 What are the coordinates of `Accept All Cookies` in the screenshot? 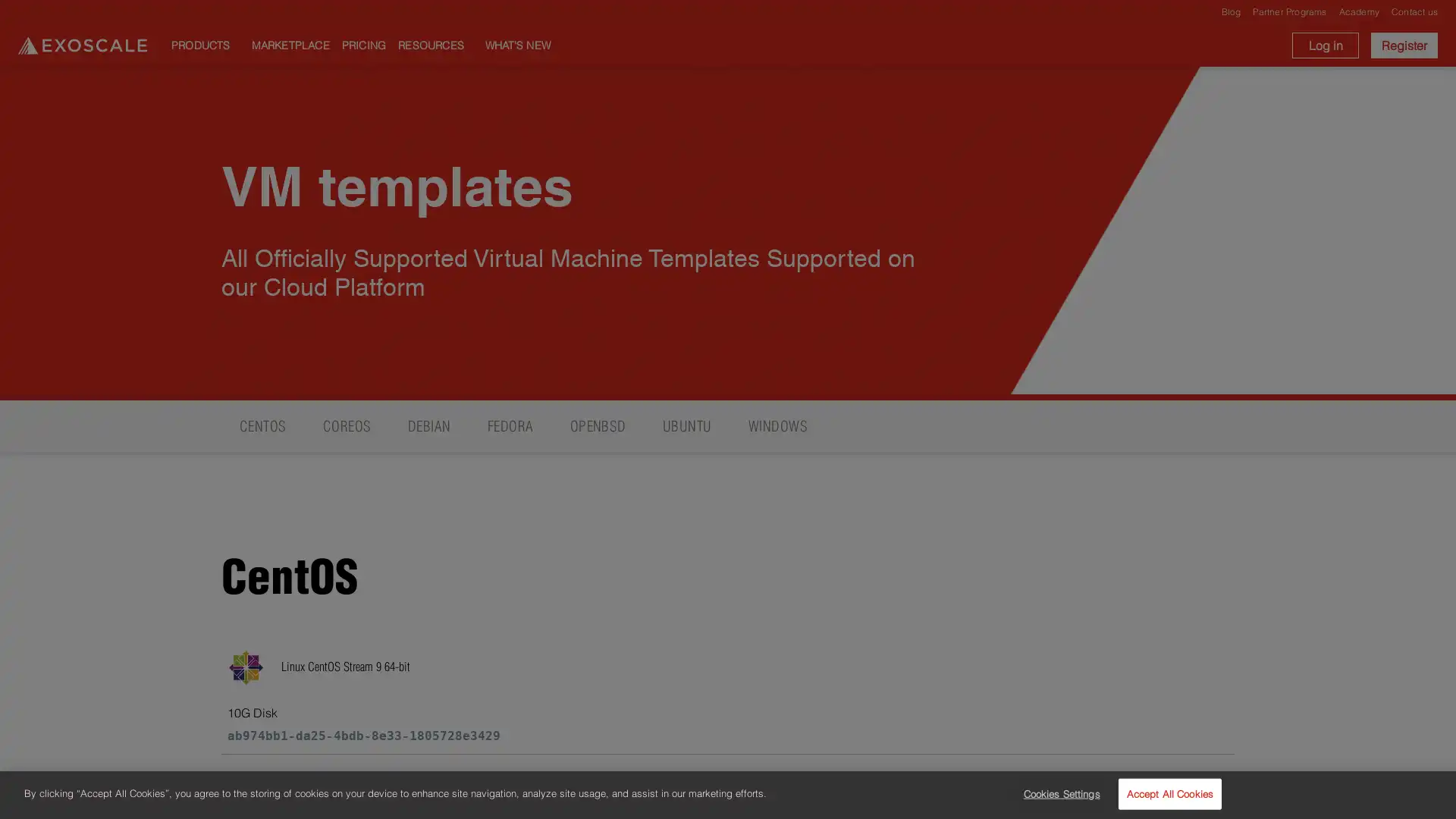 It's located at (1169, 792).